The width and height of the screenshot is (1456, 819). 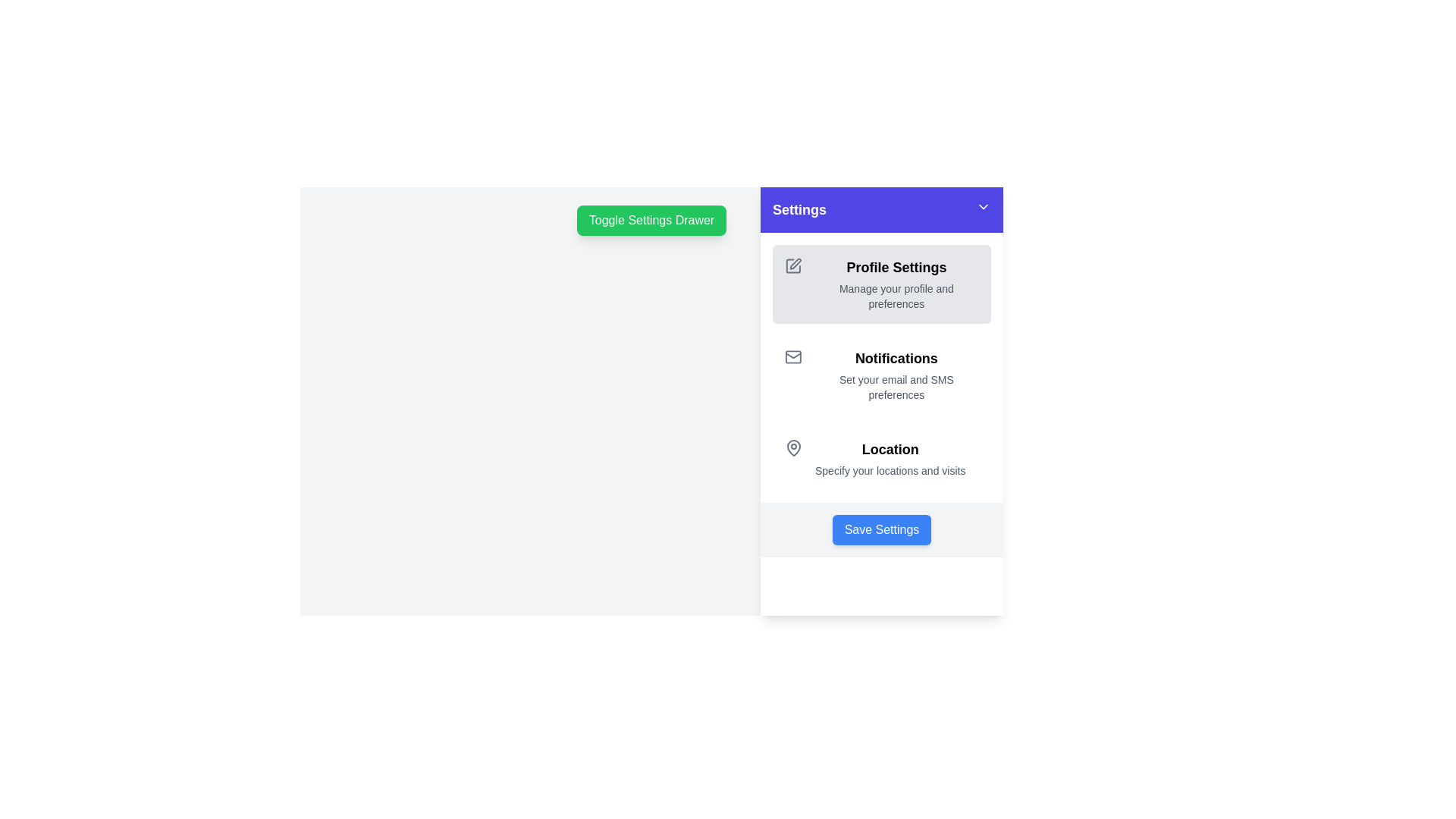 What do you see at coordinates (792, 447) in the screenshot?
I see `the 'Location' setting icon, which is the third icon in the vertical list of settings, positioned immediately to the left of the 'Location' option` at bounding box center [792, 447].